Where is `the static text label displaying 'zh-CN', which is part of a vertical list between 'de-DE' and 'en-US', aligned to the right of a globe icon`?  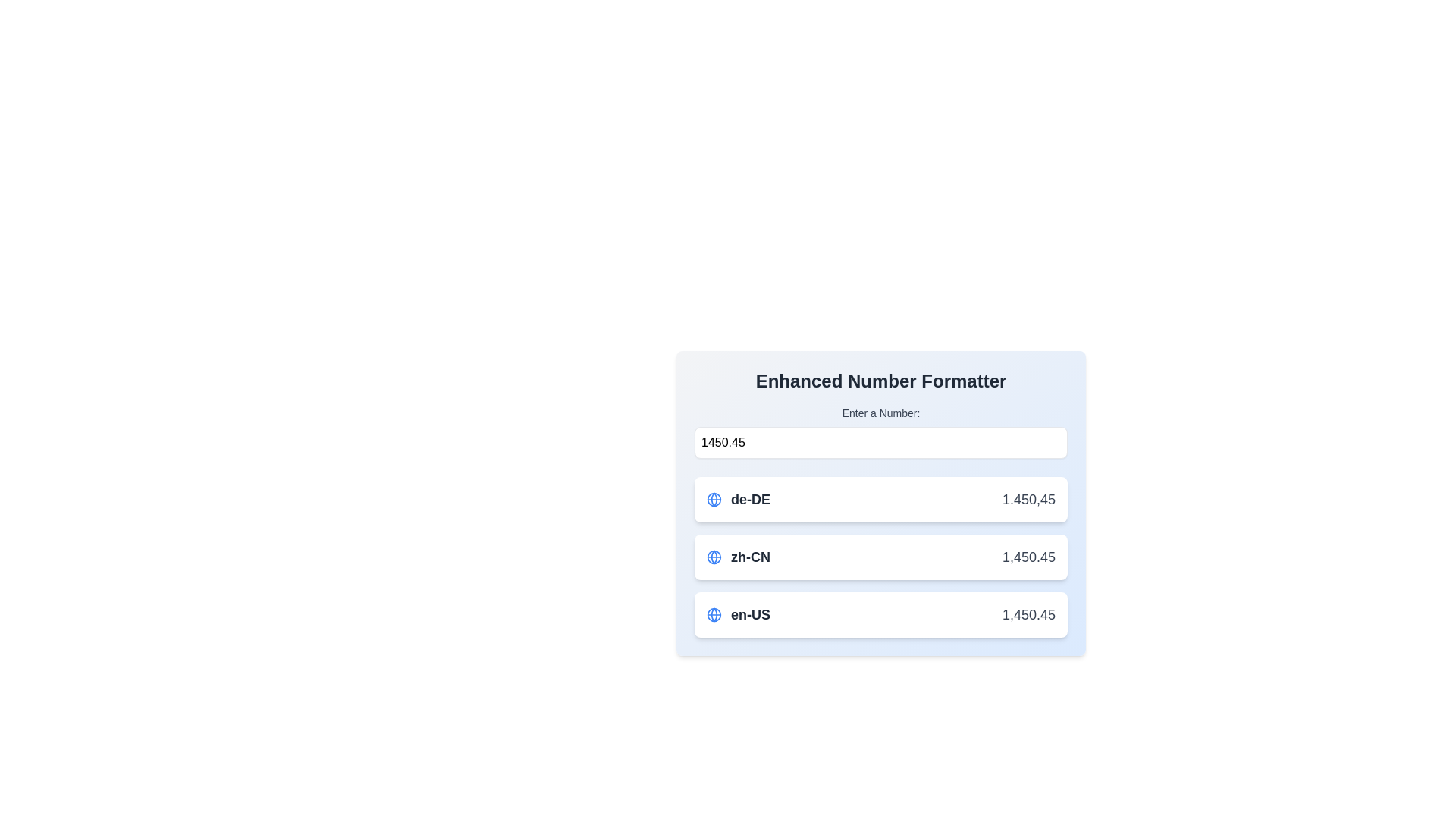
the static text label displaying 'zh-CN', which is part of a vertical list between 'de-DE' and 'en-US', aligned to the right of a globe icon is located at coordinates (750, 557).